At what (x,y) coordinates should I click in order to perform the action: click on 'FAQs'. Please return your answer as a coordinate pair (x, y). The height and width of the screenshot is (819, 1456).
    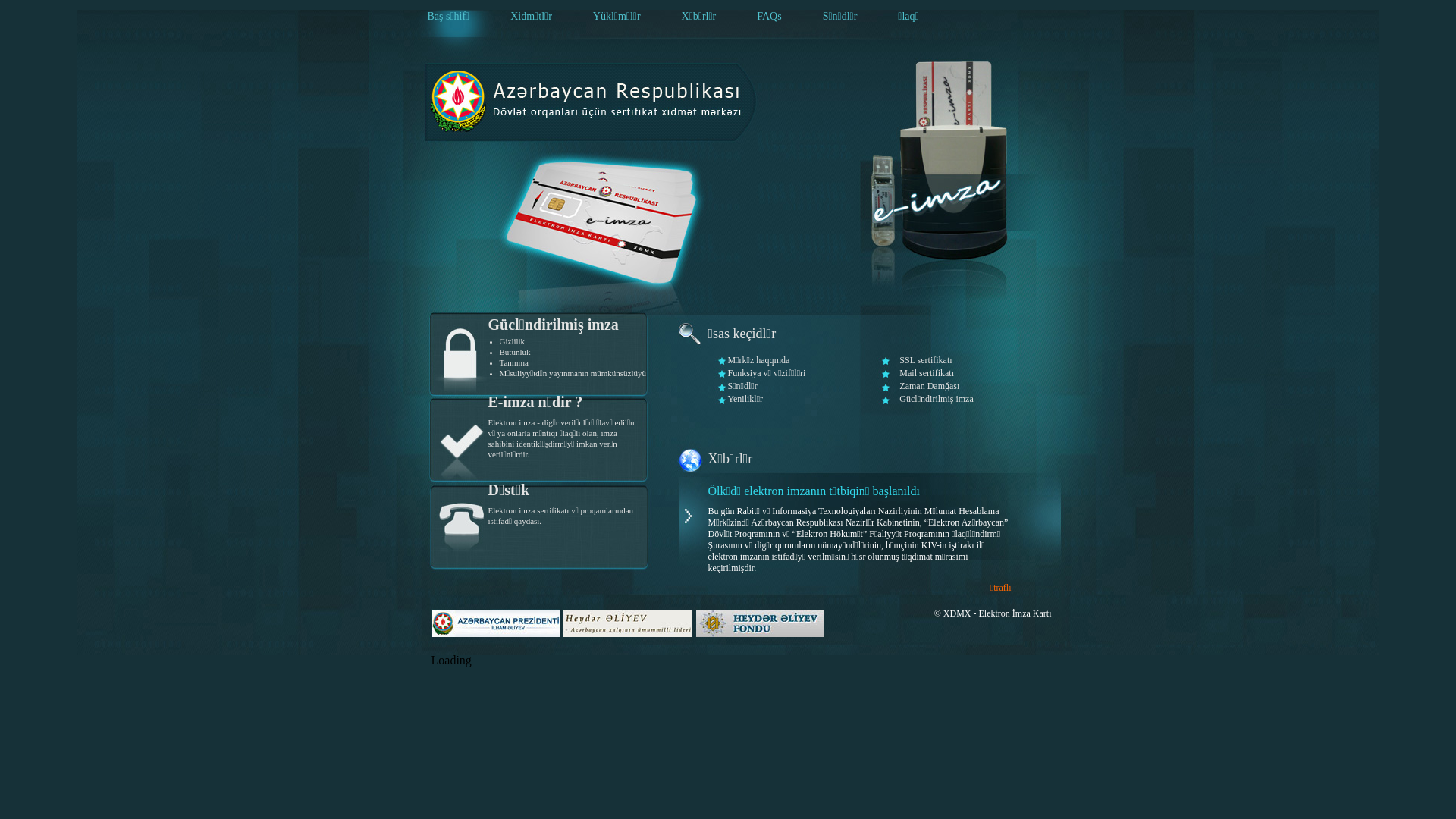
    Looking at the image, I should click on (768, 16).